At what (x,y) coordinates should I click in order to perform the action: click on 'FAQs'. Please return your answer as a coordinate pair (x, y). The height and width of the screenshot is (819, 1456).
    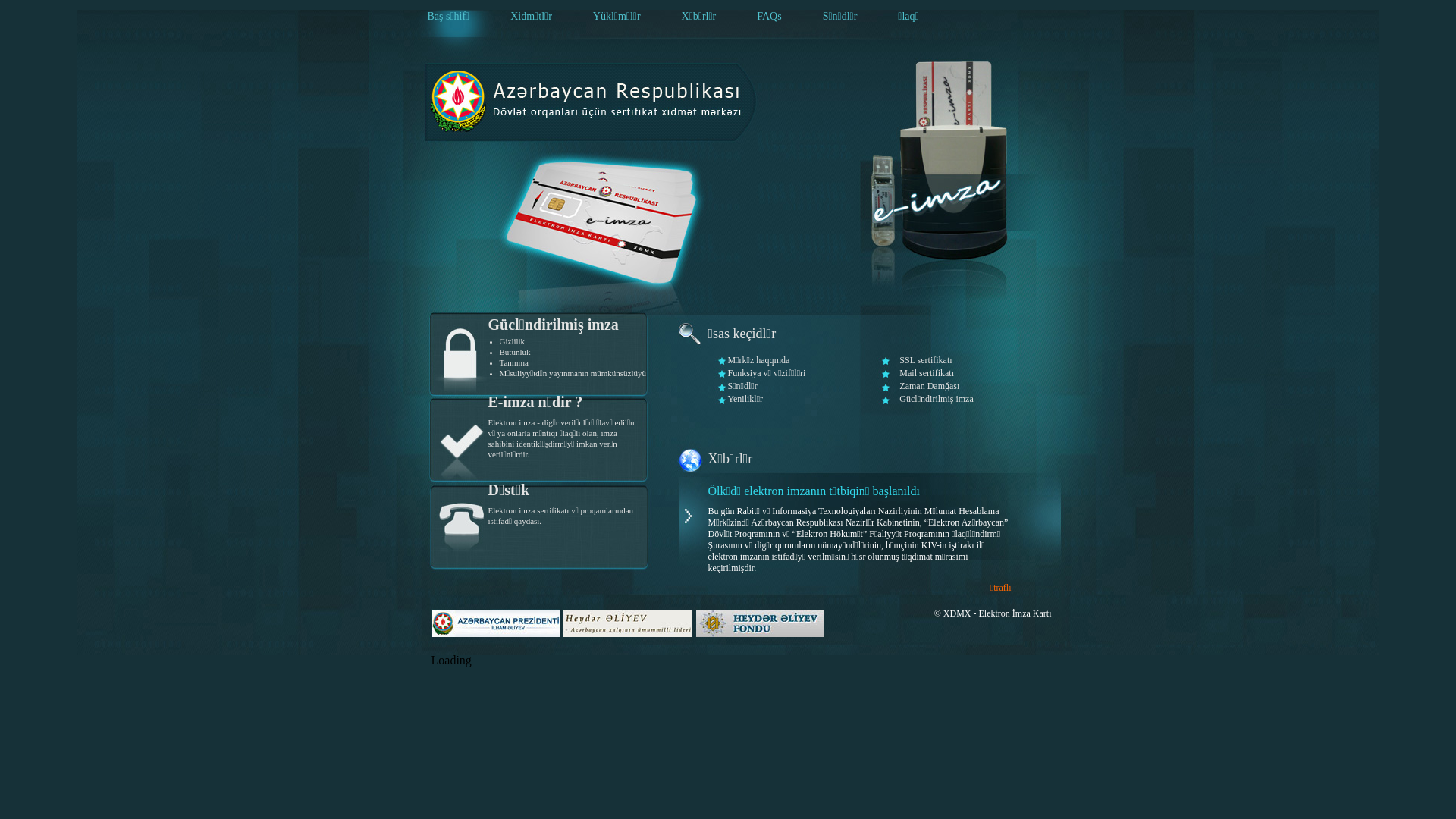
    Looking at the image, I should click on (768, 16).